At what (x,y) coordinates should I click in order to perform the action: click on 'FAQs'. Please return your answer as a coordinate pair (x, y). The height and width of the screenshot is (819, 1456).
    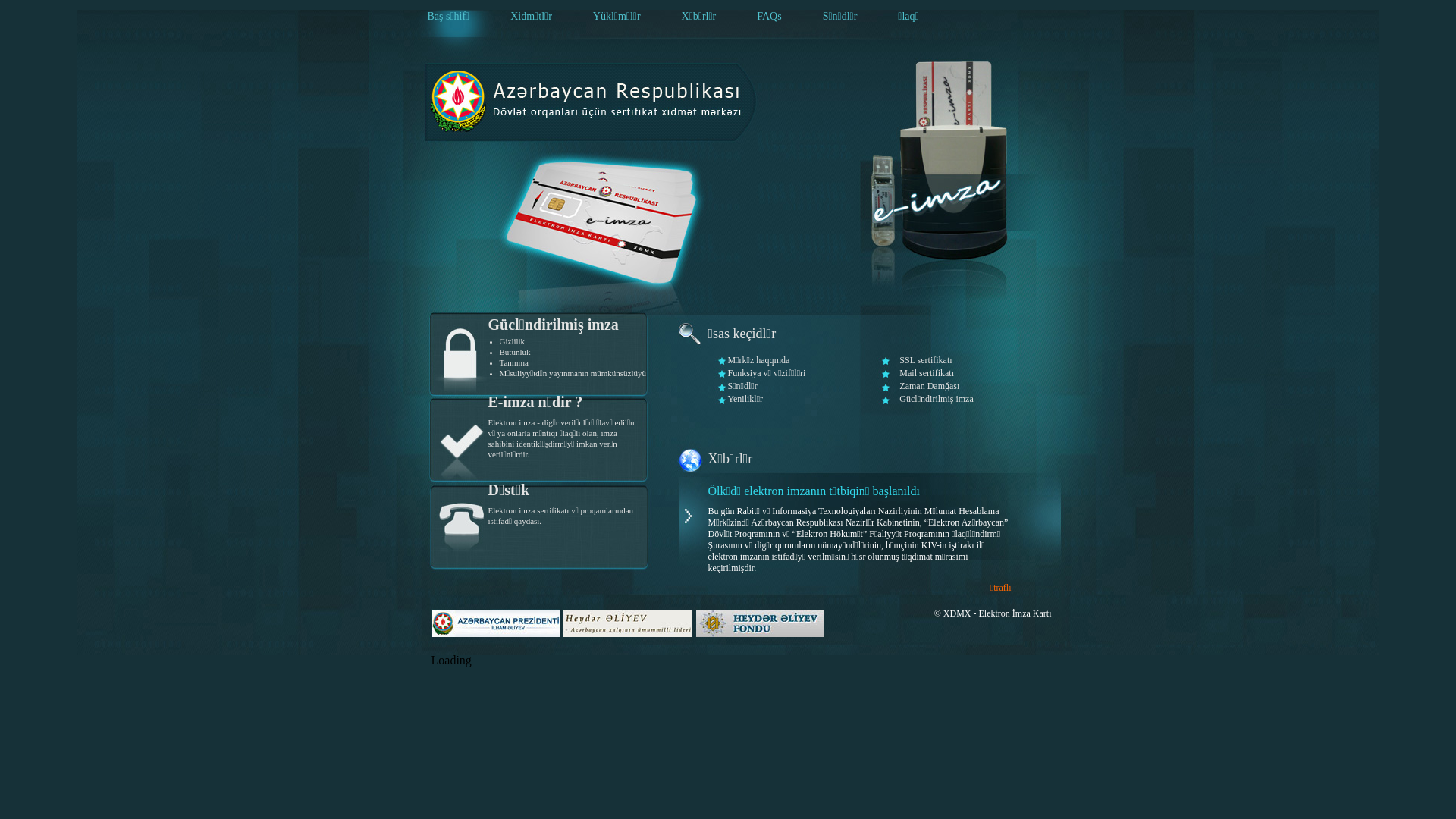
    Looking at the image, I should click on (768, 16).